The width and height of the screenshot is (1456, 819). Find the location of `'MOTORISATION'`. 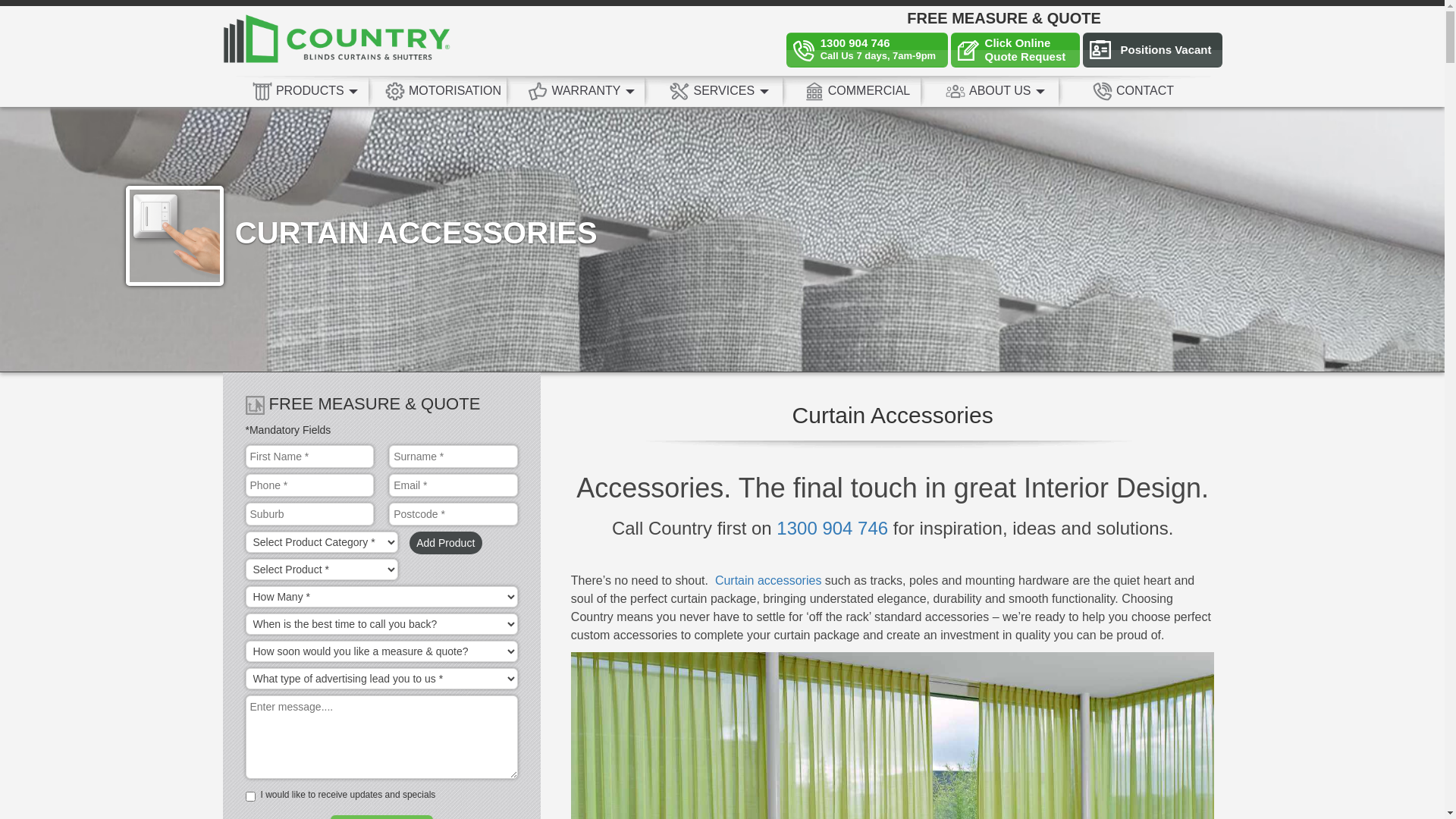

'MOTORISATION' is located at coordinates (443, 91).